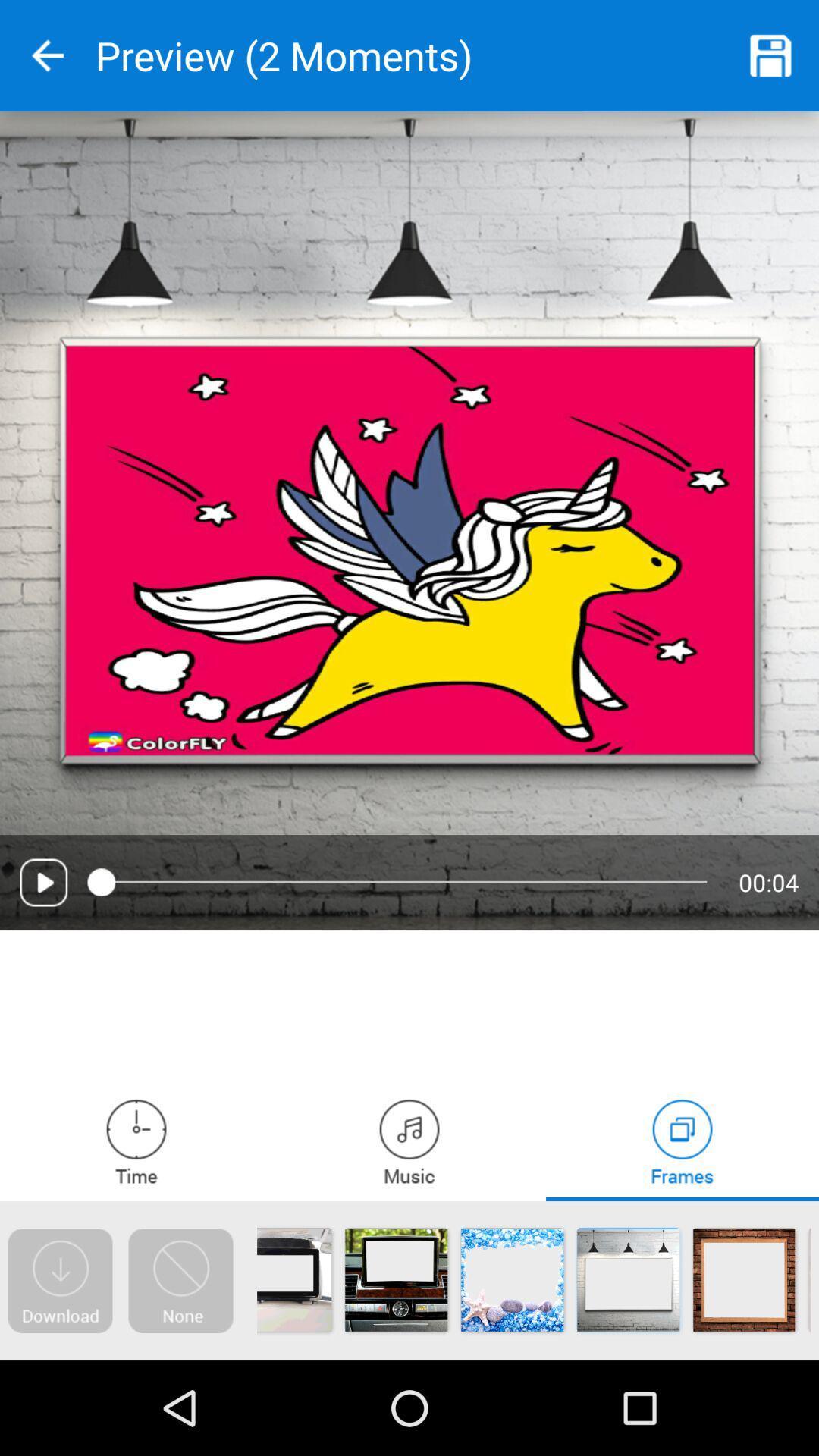 This screenshot has height=1456, width=819. What do you see at coordinates (59, 1280) in the screenshot?
I see `open the download page` at bounding box center [59, 1280].